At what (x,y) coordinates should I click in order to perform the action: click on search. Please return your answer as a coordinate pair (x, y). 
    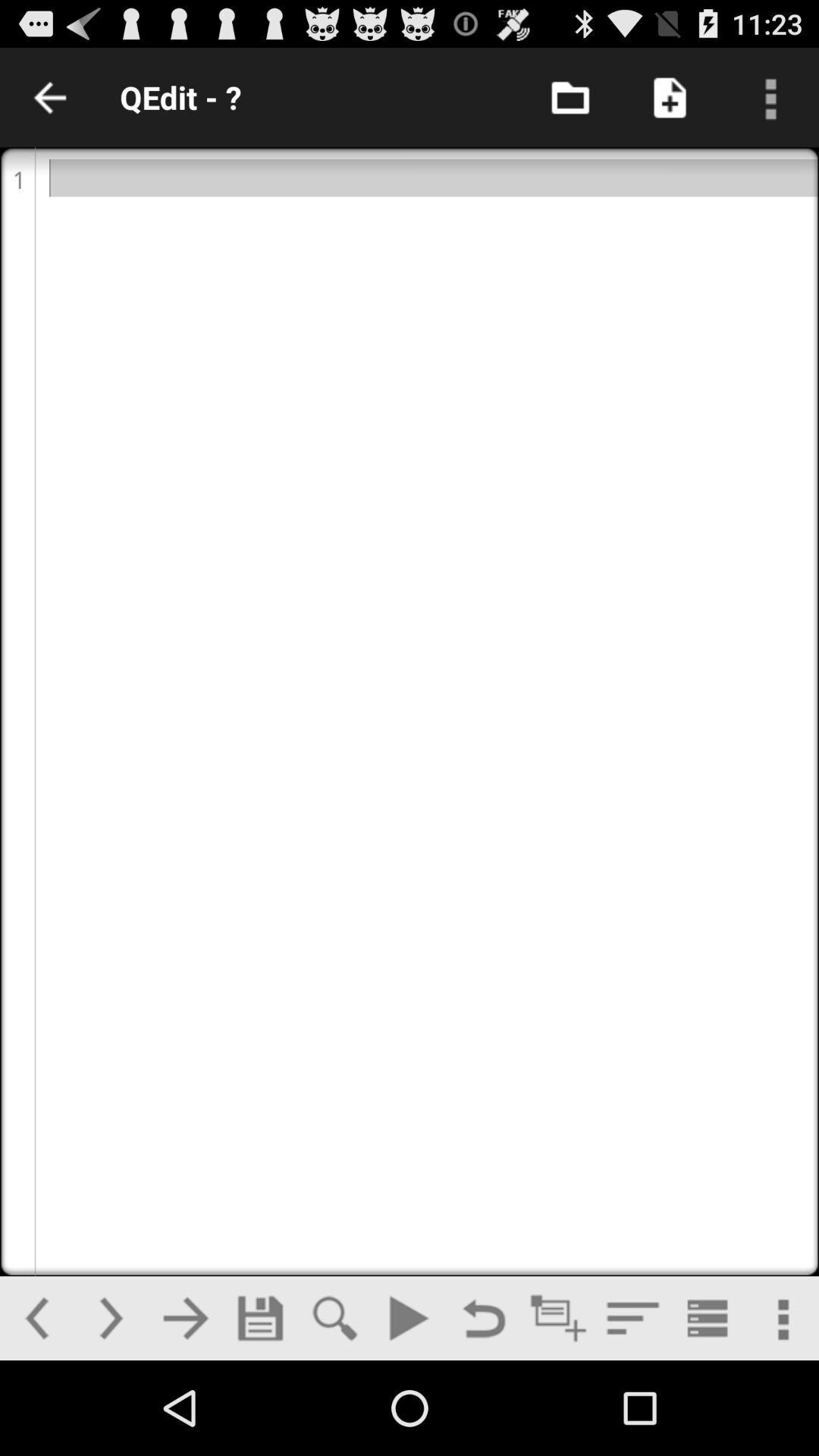
    Looking at the image, I should click on (334, 1317).